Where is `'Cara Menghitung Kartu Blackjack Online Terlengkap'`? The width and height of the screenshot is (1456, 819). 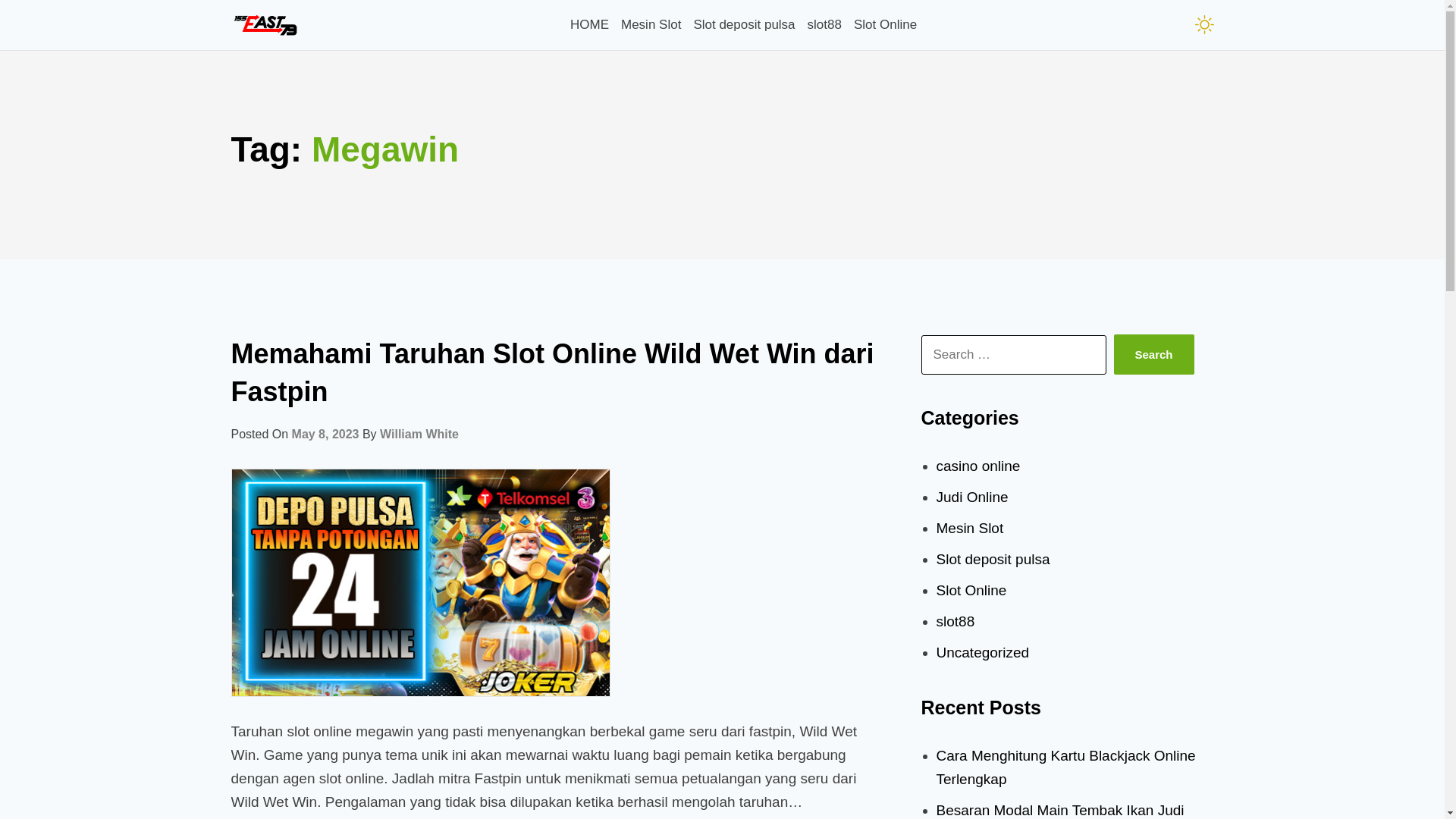 'Cara Menghitung Kartu Blackjack Online Terlengkap' is located at coordinates (1065, 767).